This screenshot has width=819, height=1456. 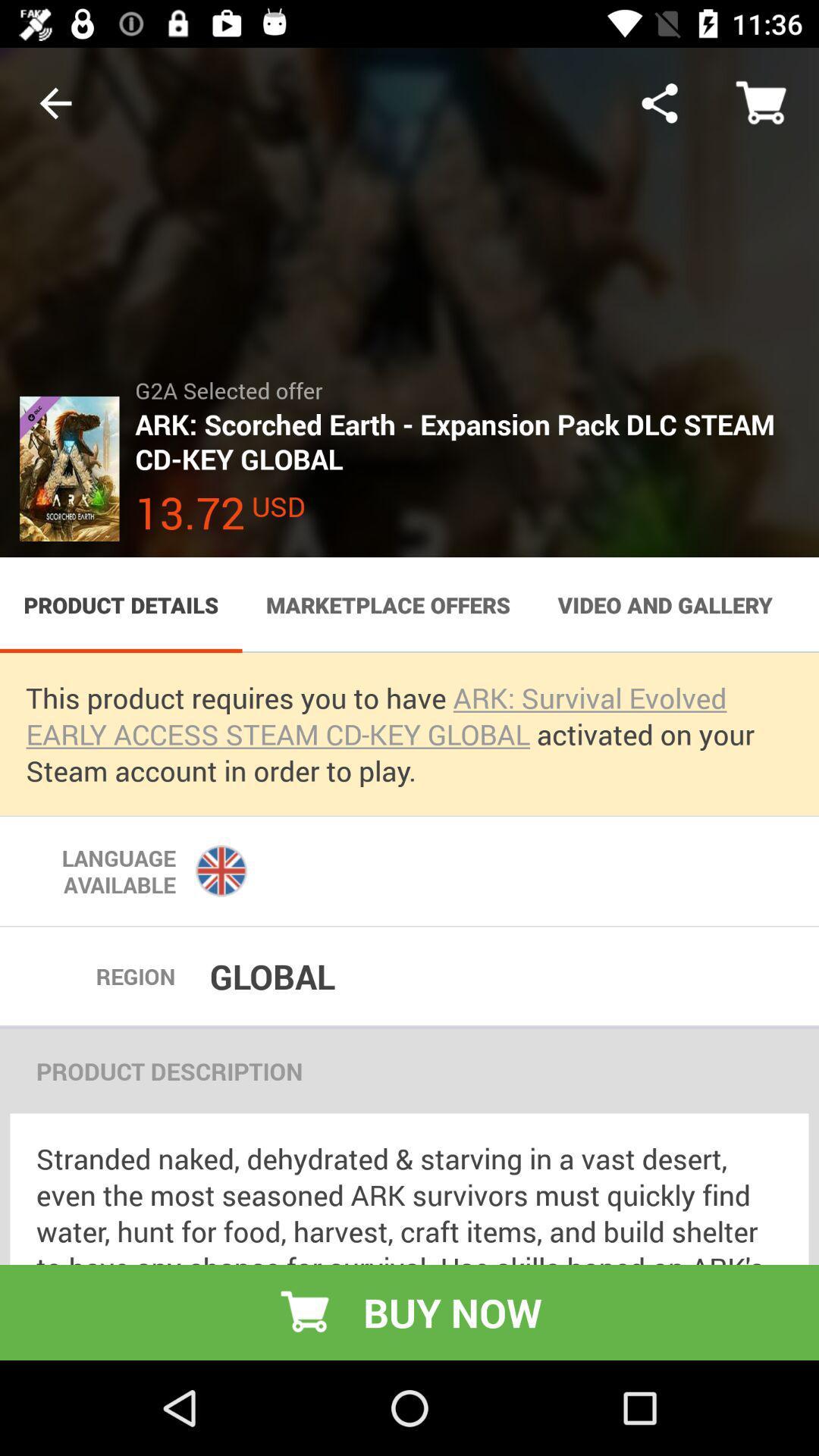 I want to click on the icon above language available, so click(x=409, y=734).